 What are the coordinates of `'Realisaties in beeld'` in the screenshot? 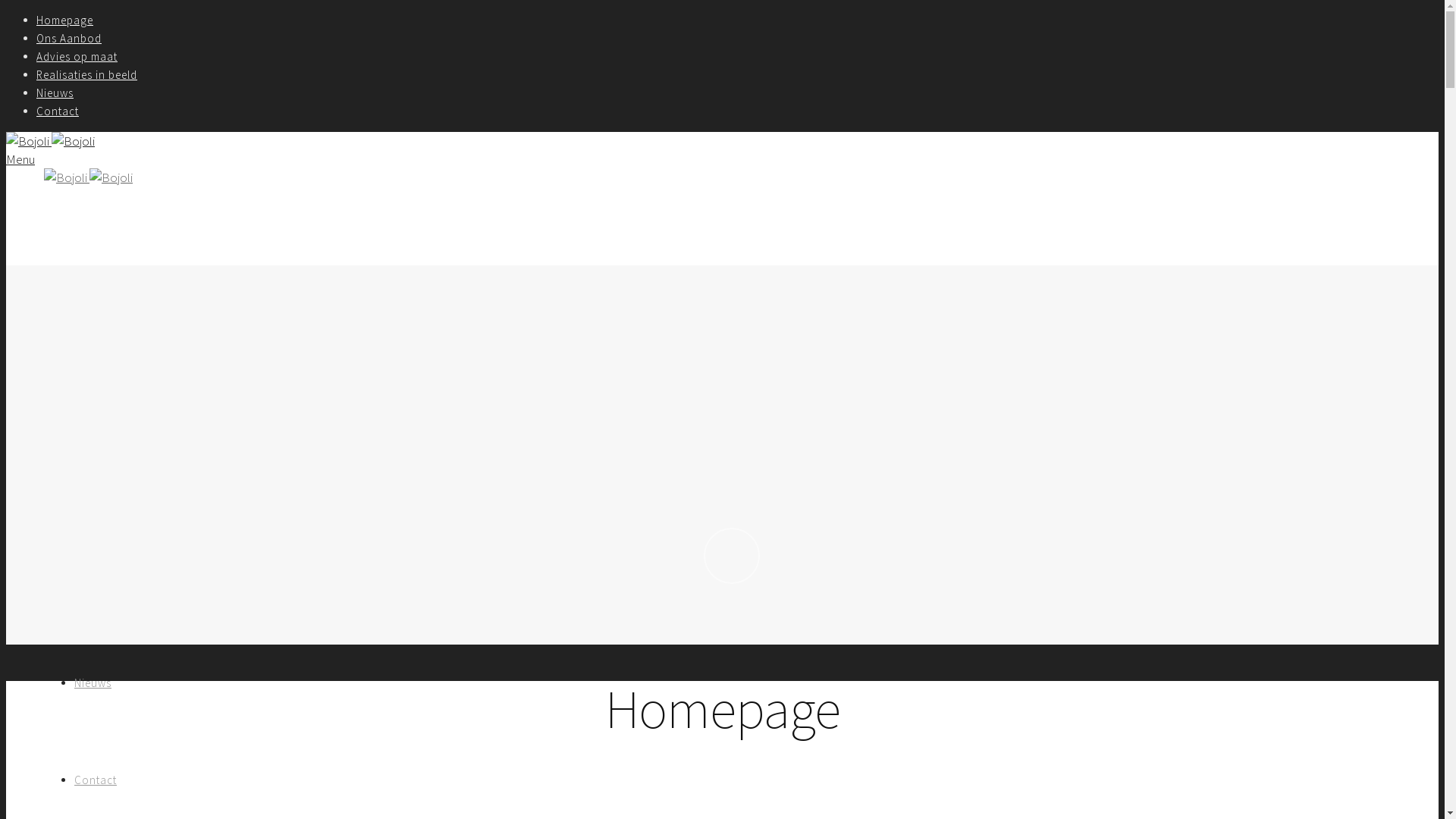 It's located at (73, 585).